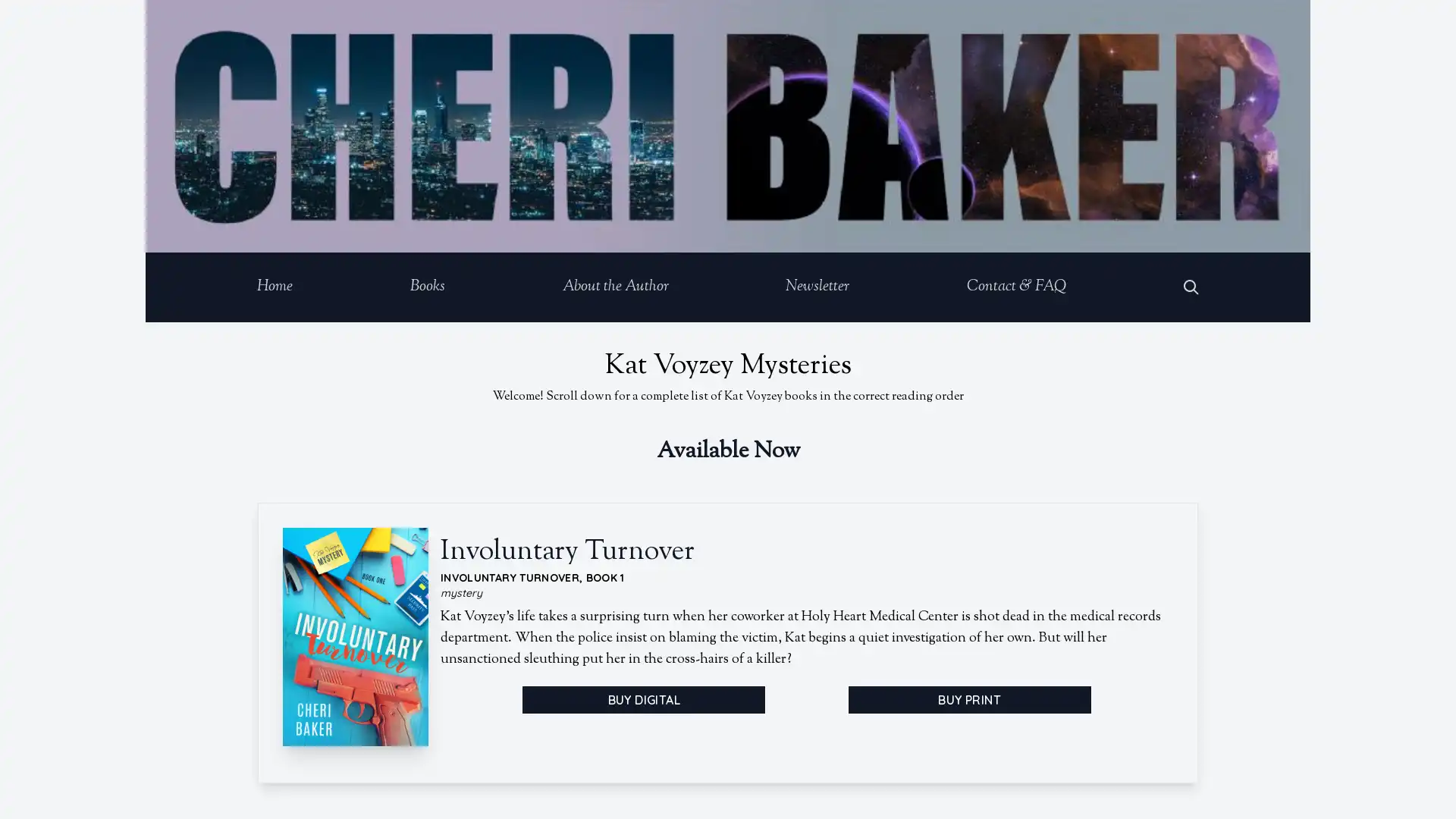  I want to click on BUY PRINT, so click(968, 698).